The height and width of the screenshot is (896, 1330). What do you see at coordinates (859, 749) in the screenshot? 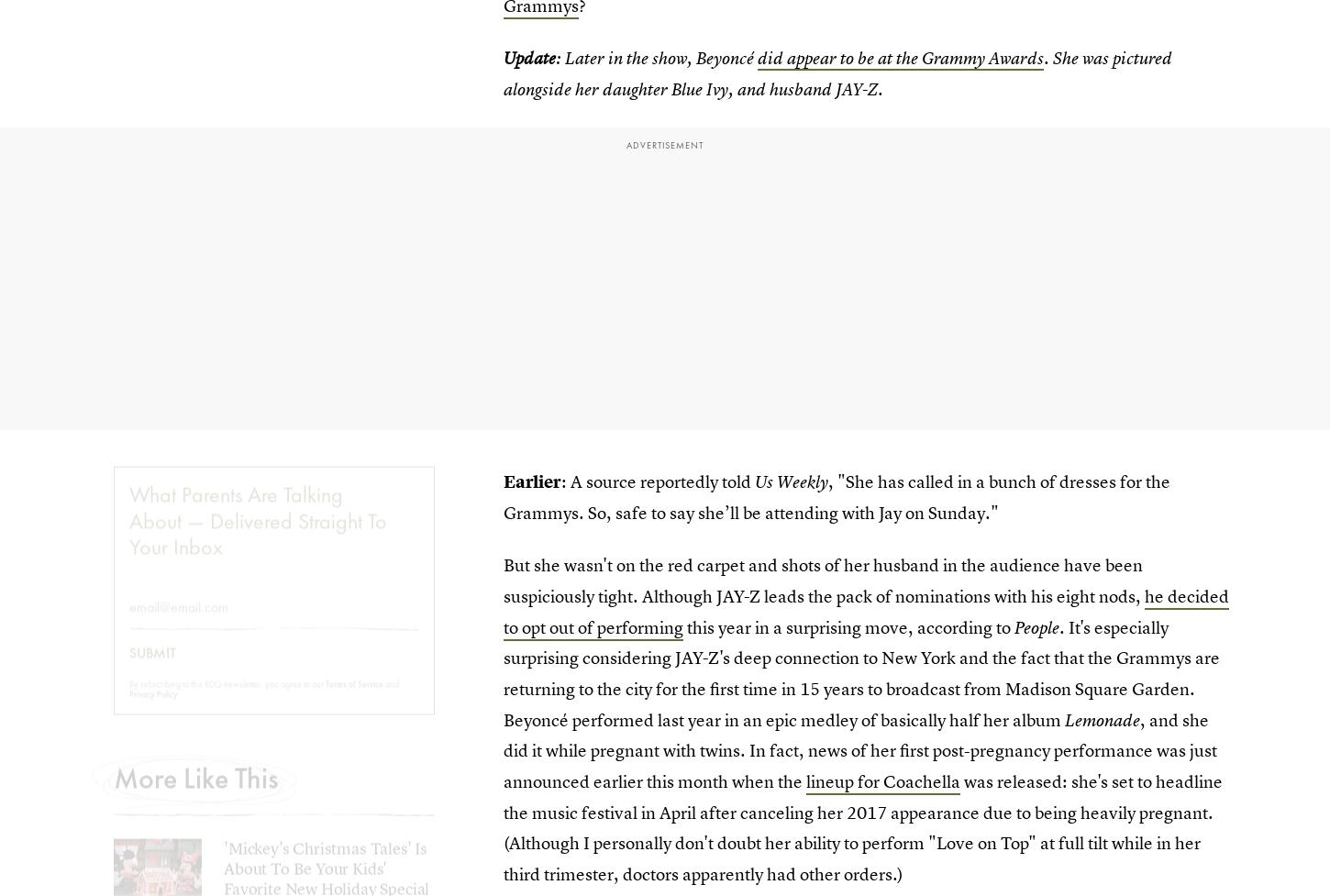
I see `', and she did it while pregnant with twins. In fact, news of her first post-pregnancy performance was just announced earlier this month when the'` at bounding box center [859, 749].